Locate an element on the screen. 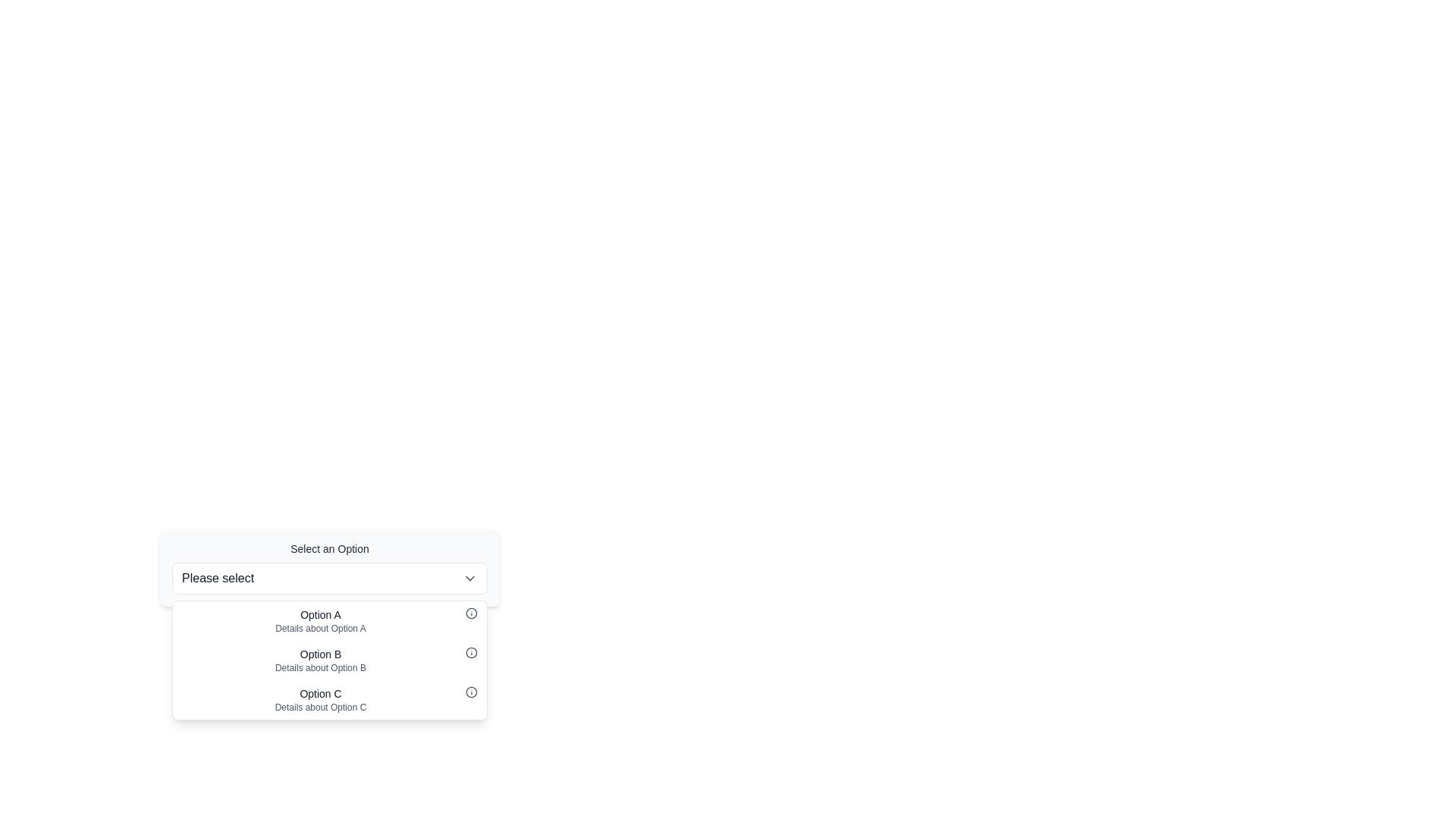 The height and width of the screenshot is (819, 1456). the 'Option C' selection in the drop-down menu to prepare for selection is located at coordinates (319, 699).